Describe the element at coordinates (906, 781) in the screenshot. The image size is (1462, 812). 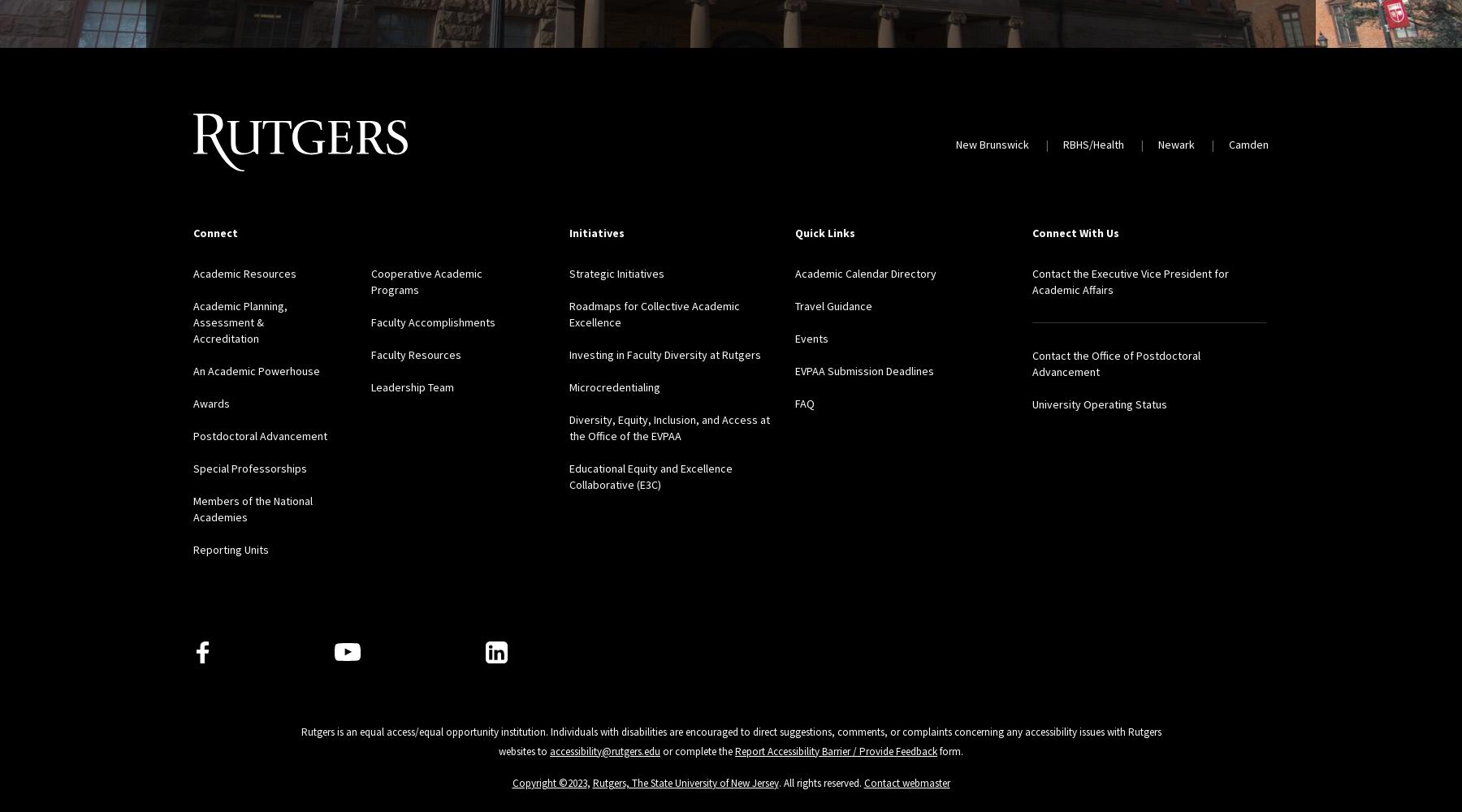
I see `'Contact webmaster'` at that location.